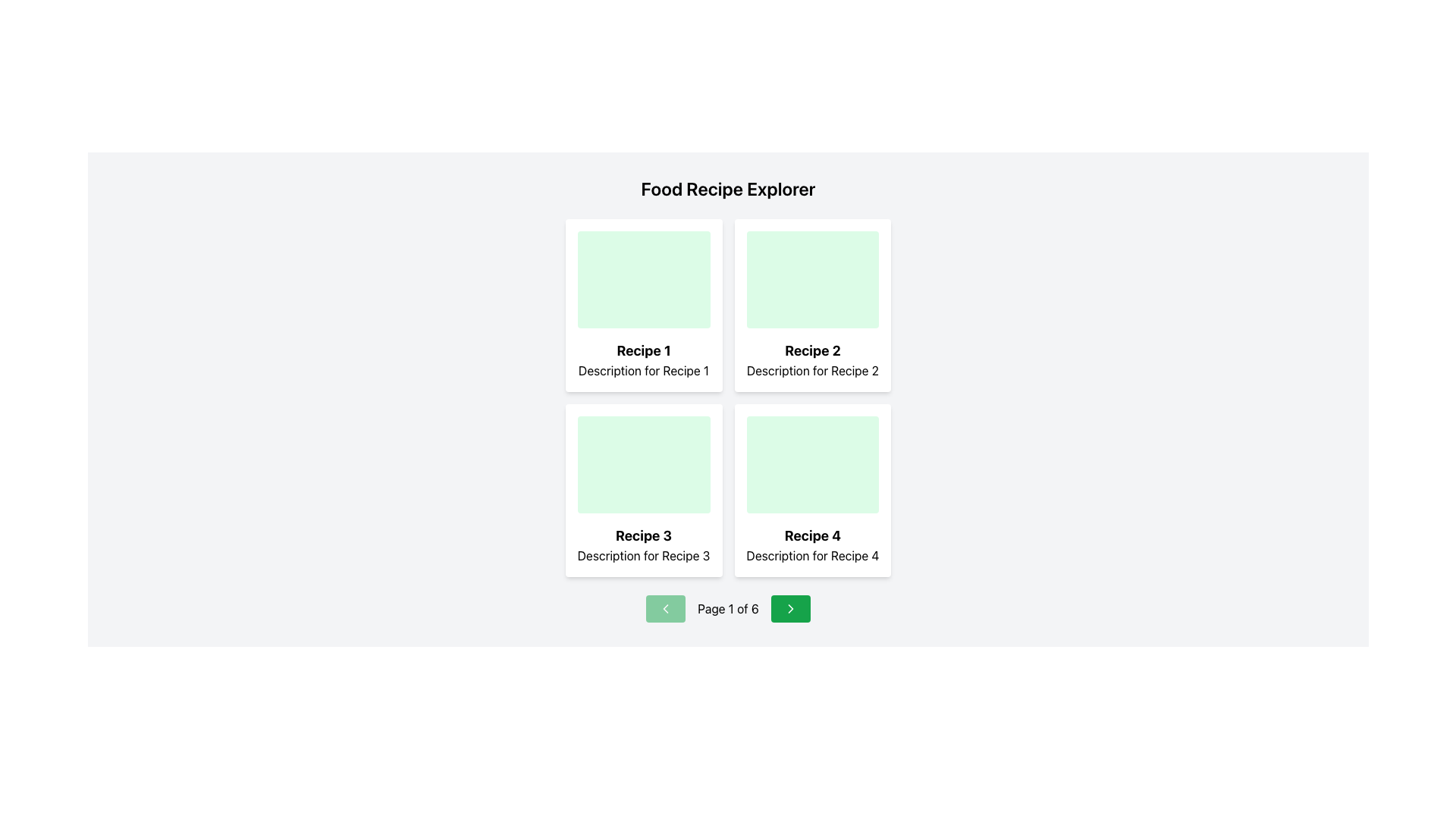 Image resolution: width=1456 pixels, height=819 pixels. Describe the element at coordinates (789, 607) in the screenshot. I see `the next page navigation icon located within the green button at the bottom right of the page number indicator 'Page 1 of 6'` at that location.